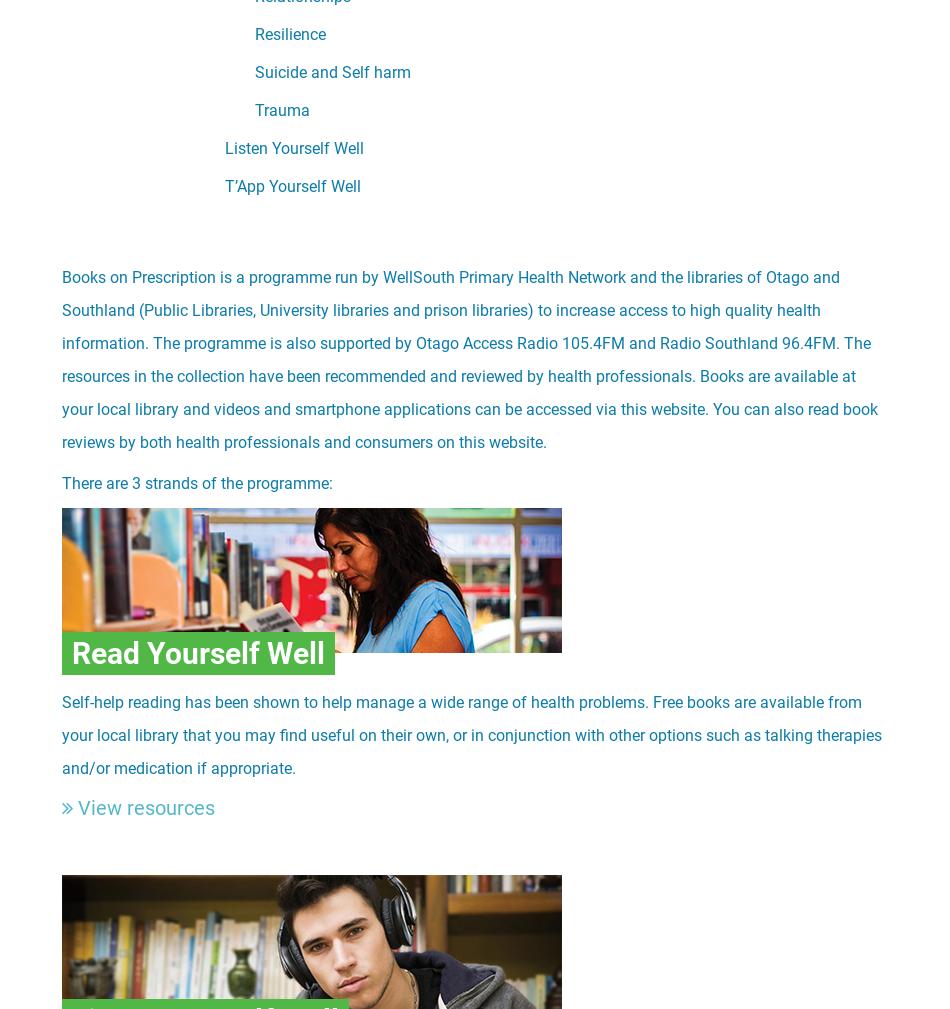  Describe the element at coordinates (197, 653) in the screenshot. I see `'Read Yourself Well'` at that location.